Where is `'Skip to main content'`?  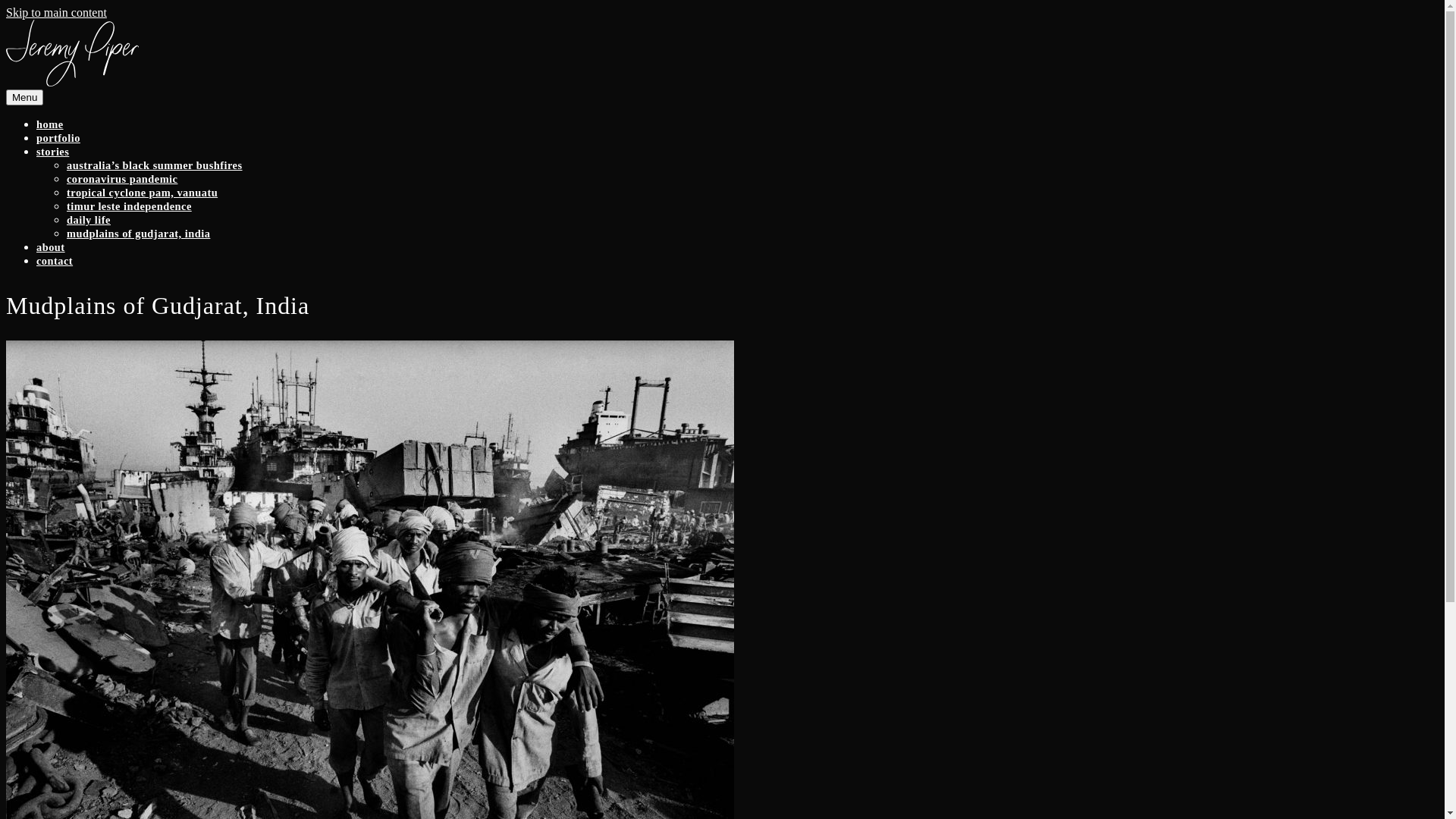
'Skip to main content' is located at coordinates (56, 12).